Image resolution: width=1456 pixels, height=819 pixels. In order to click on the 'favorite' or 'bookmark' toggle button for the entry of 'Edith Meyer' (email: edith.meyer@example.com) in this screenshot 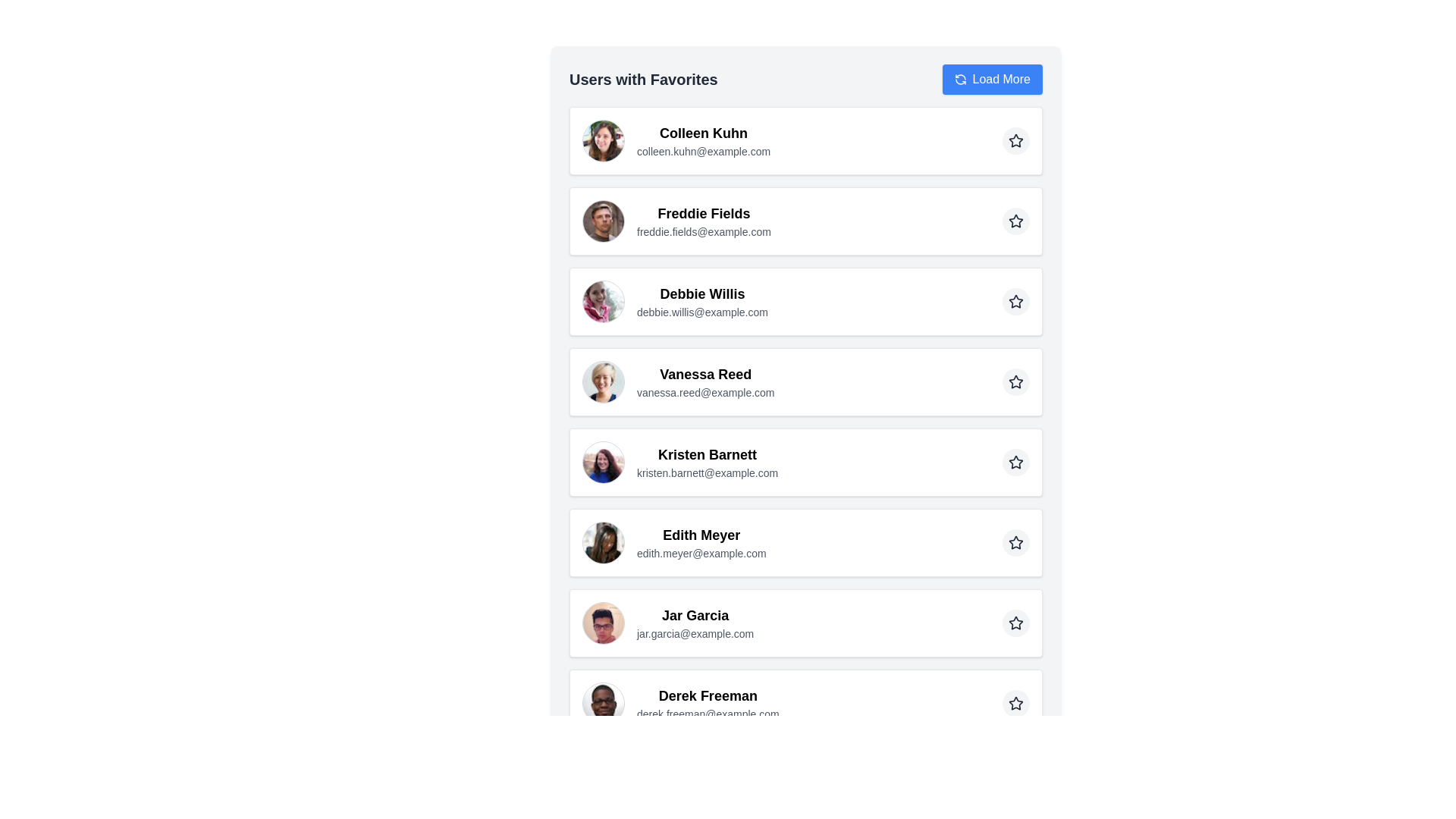, I will do `click(1015, 542)`.